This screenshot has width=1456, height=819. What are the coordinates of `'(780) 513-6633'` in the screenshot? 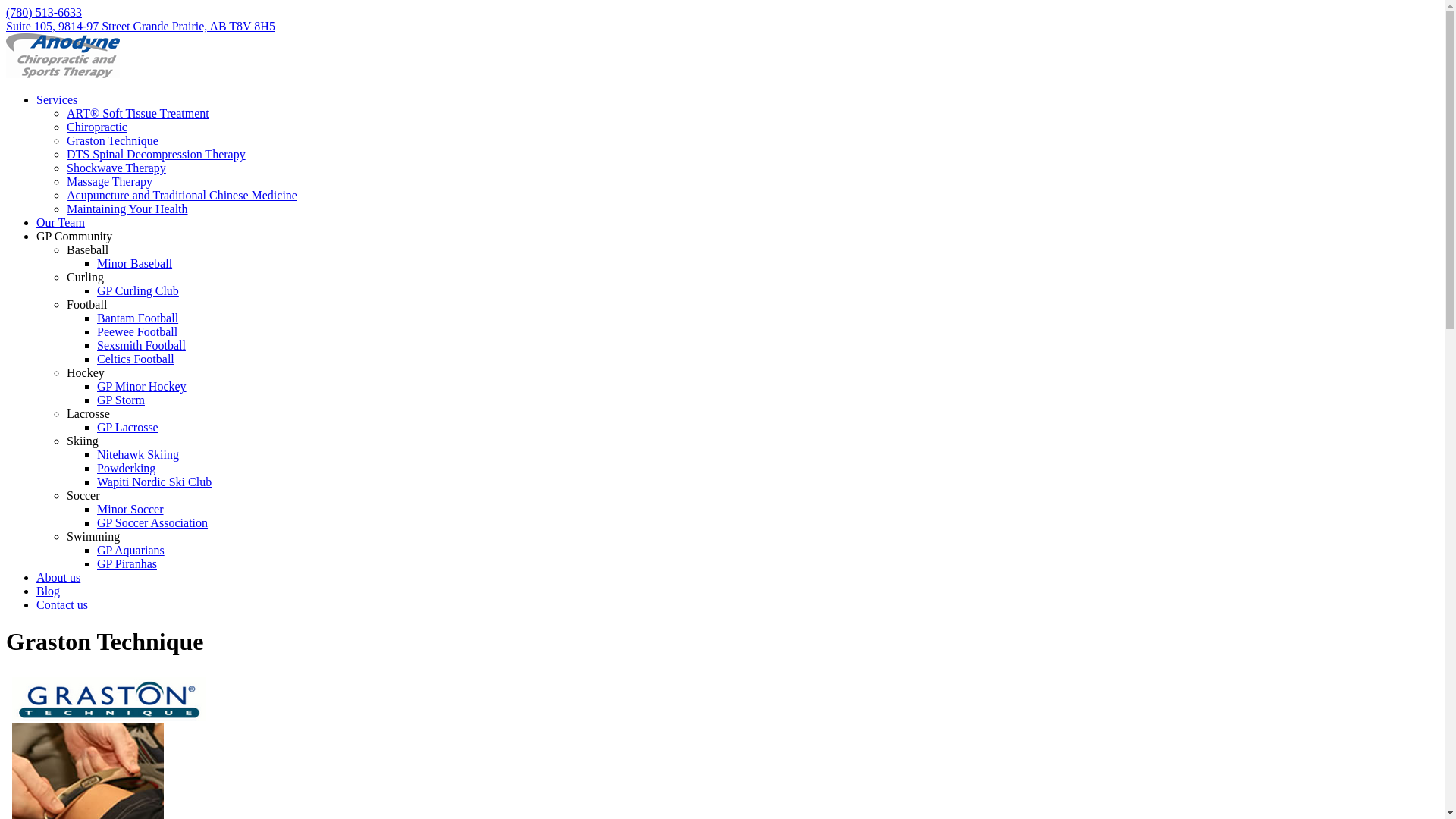 It's located at (43, 12).